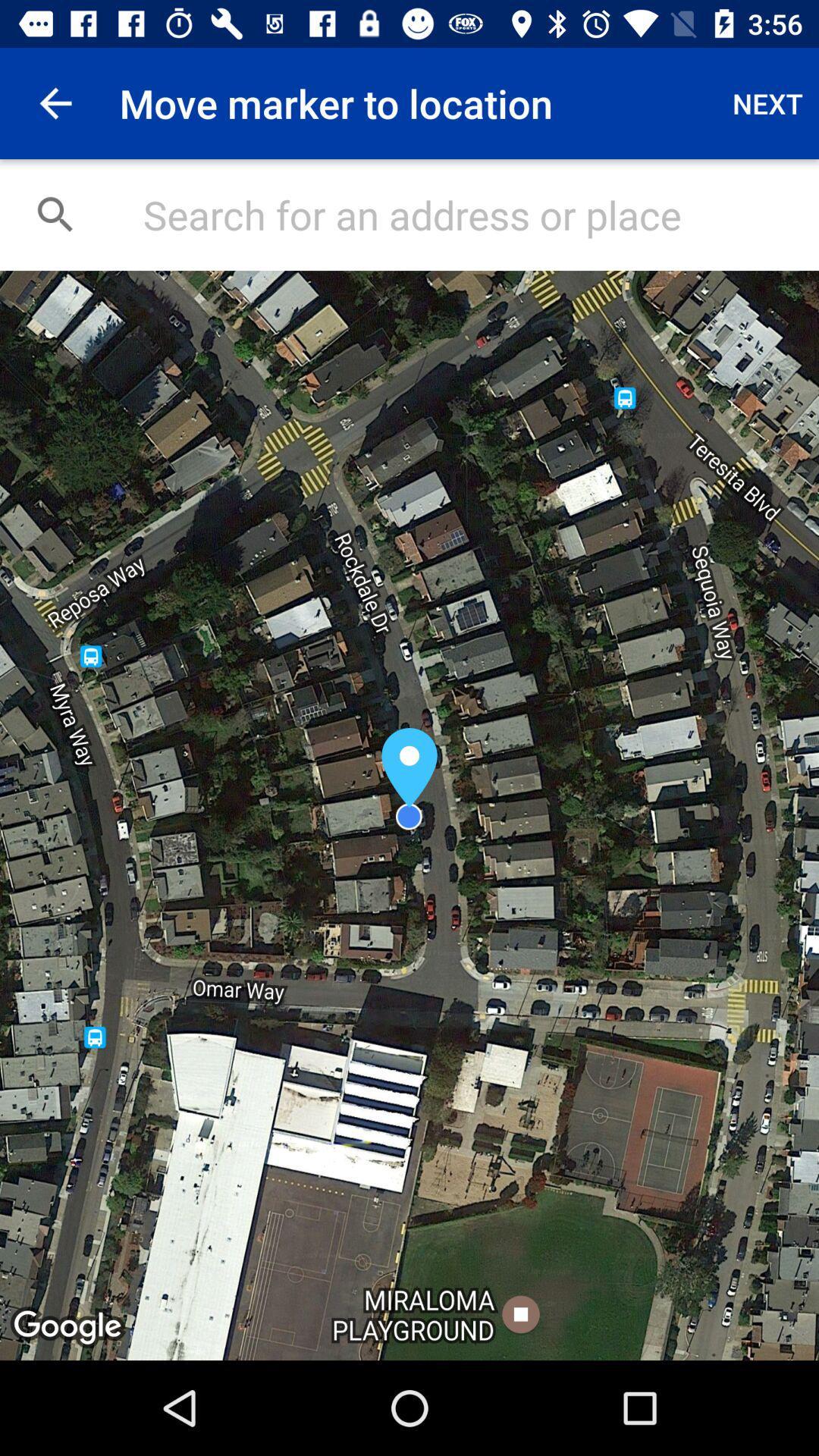 The width and height of the screenshot is (819, 1456). I want to click on the icon to the right of the move marker to, so click(767, 102).